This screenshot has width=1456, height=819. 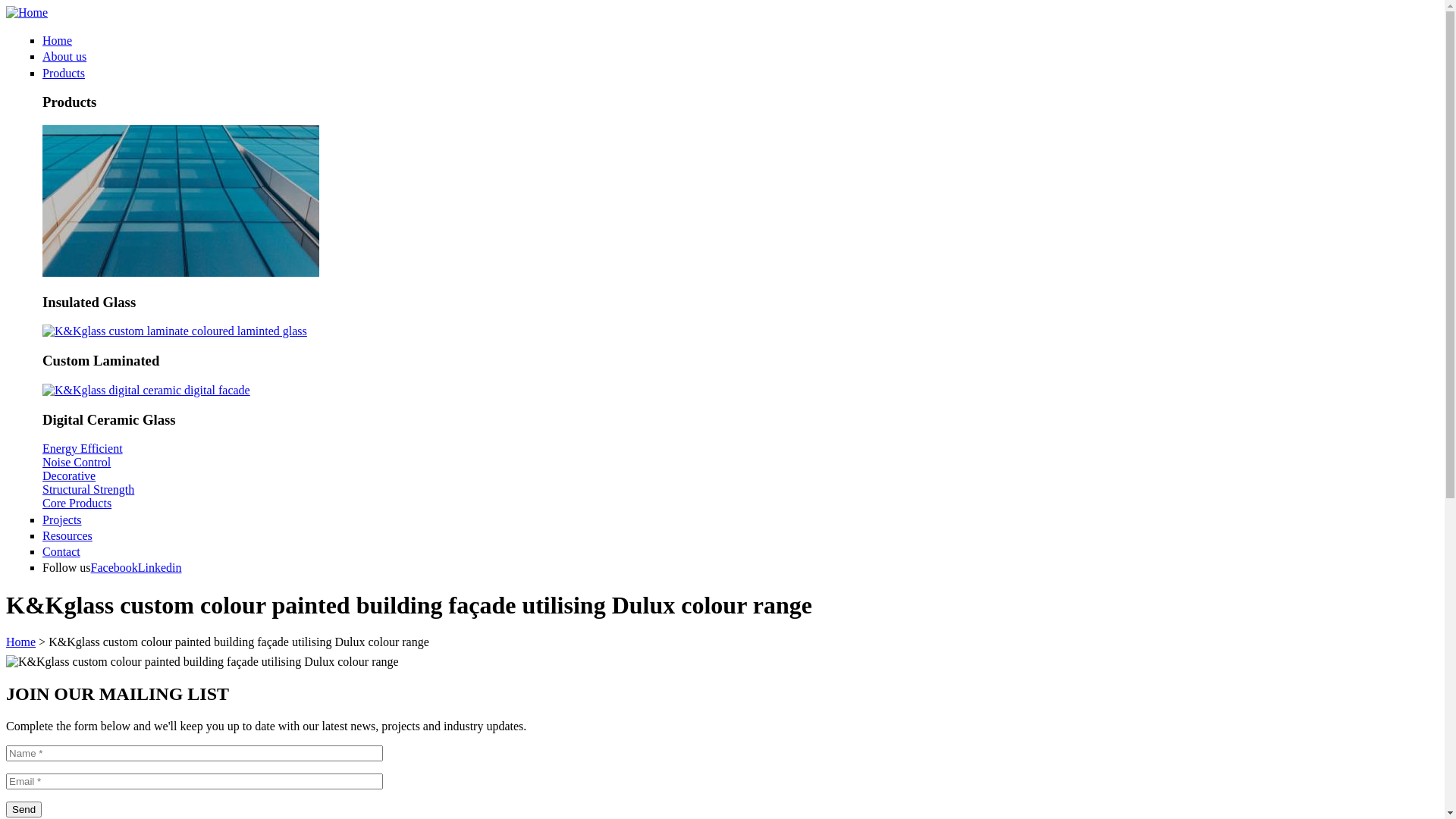 What do you see at coordinates (76, 503) in the screenshot?
I see `'Core Products'` at bounding box center [76, 503].